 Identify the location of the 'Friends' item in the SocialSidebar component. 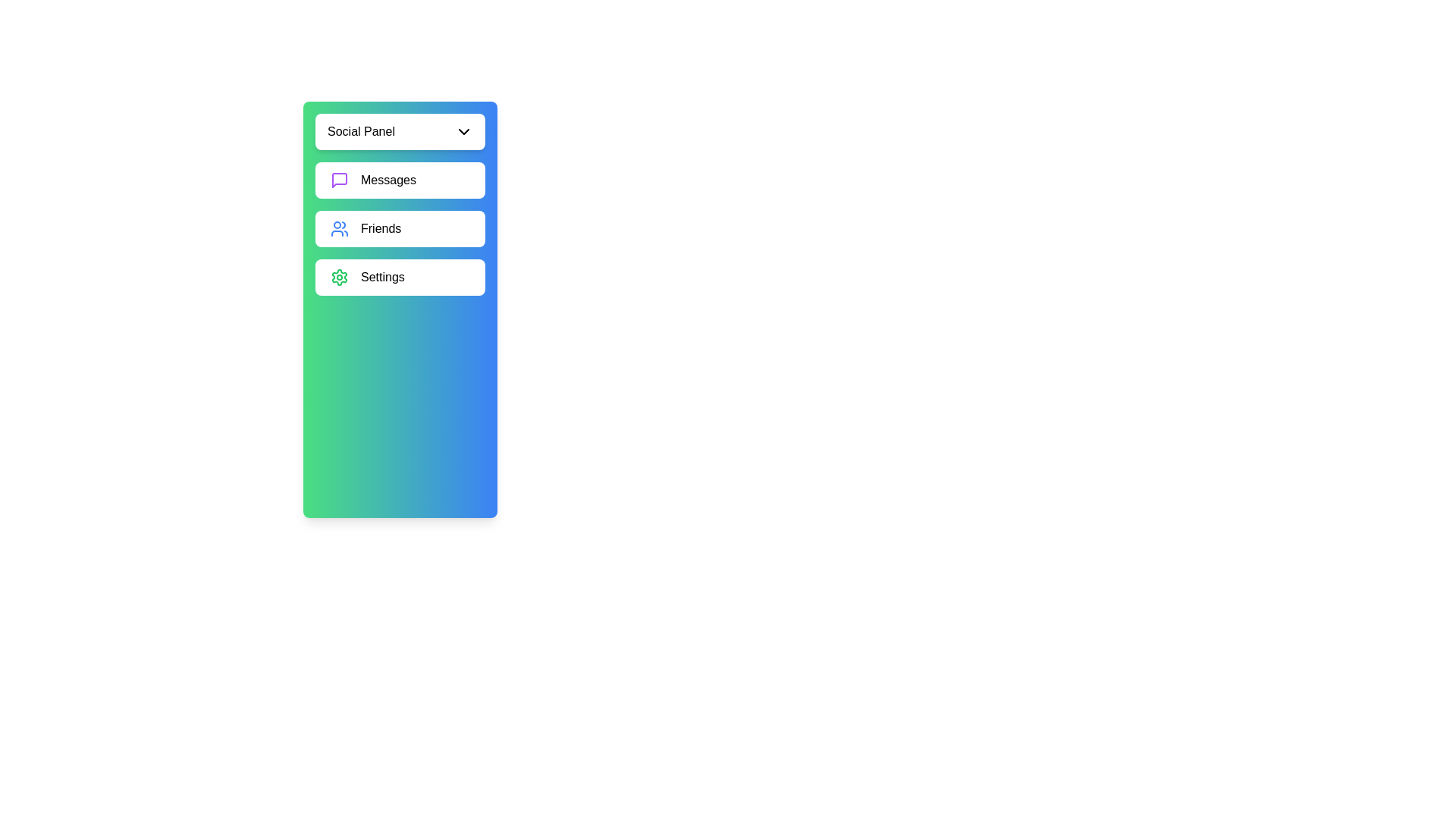
(400, 228).